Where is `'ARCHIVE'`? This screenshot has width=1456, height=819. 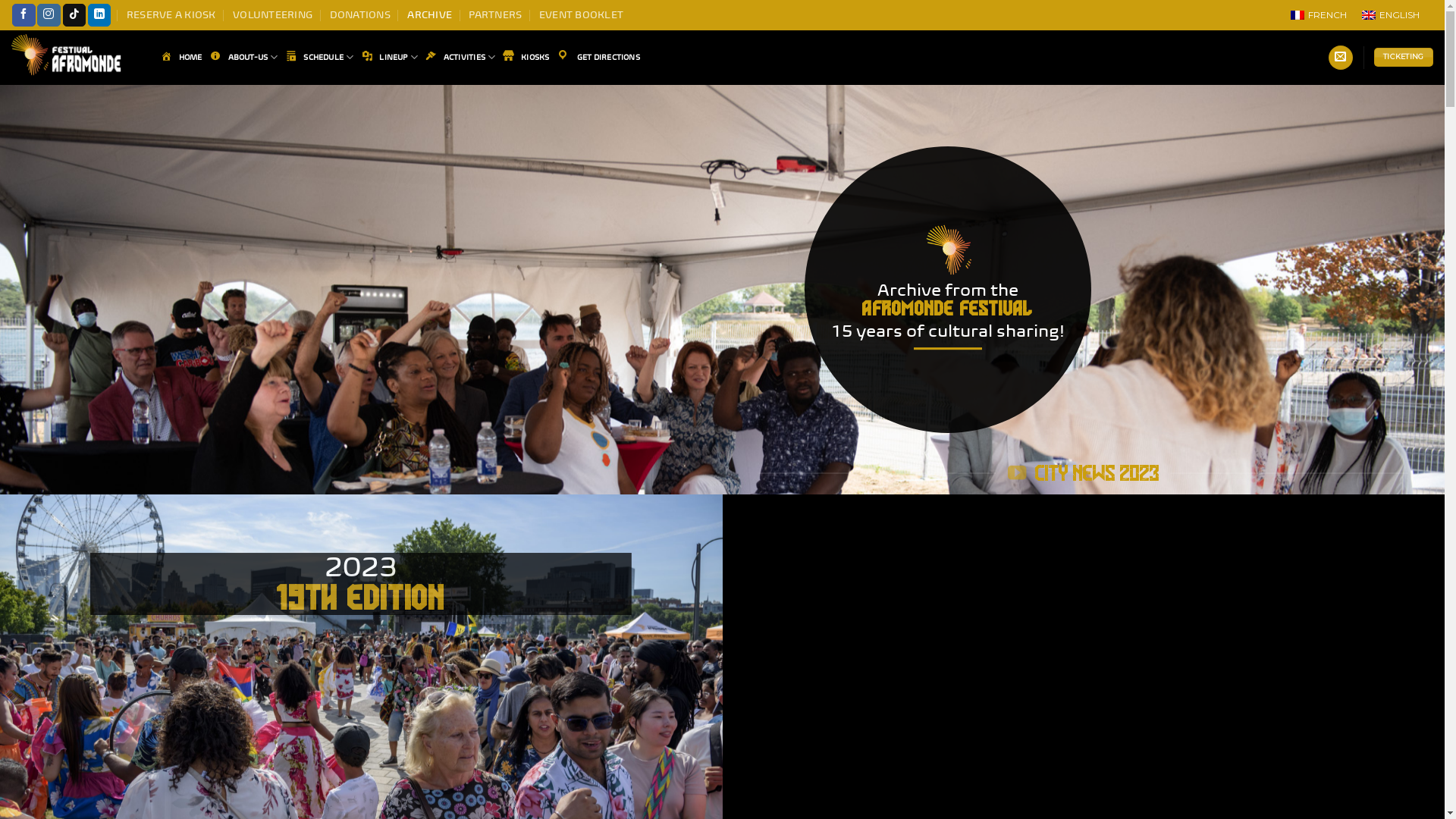 'ARCHIVE' is located at coordinates (428, 14).